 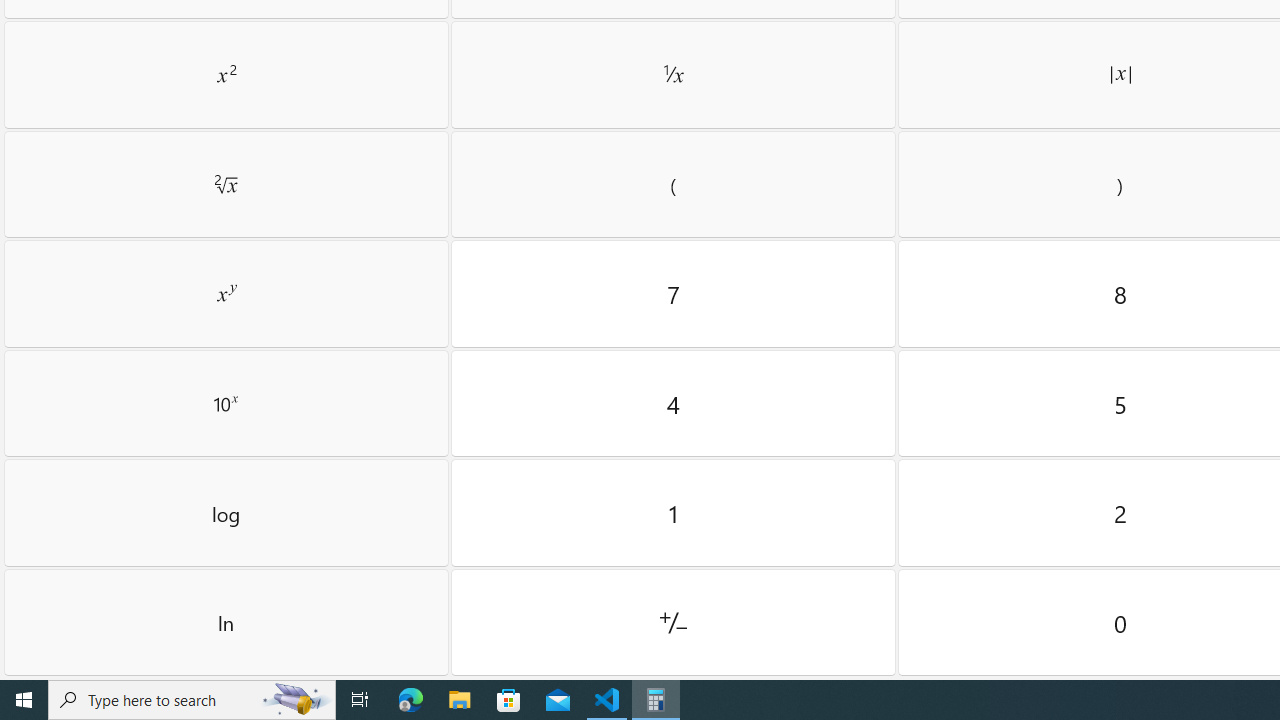 I want to click on 'Microsoft Edge', so click(x=410, y=698).